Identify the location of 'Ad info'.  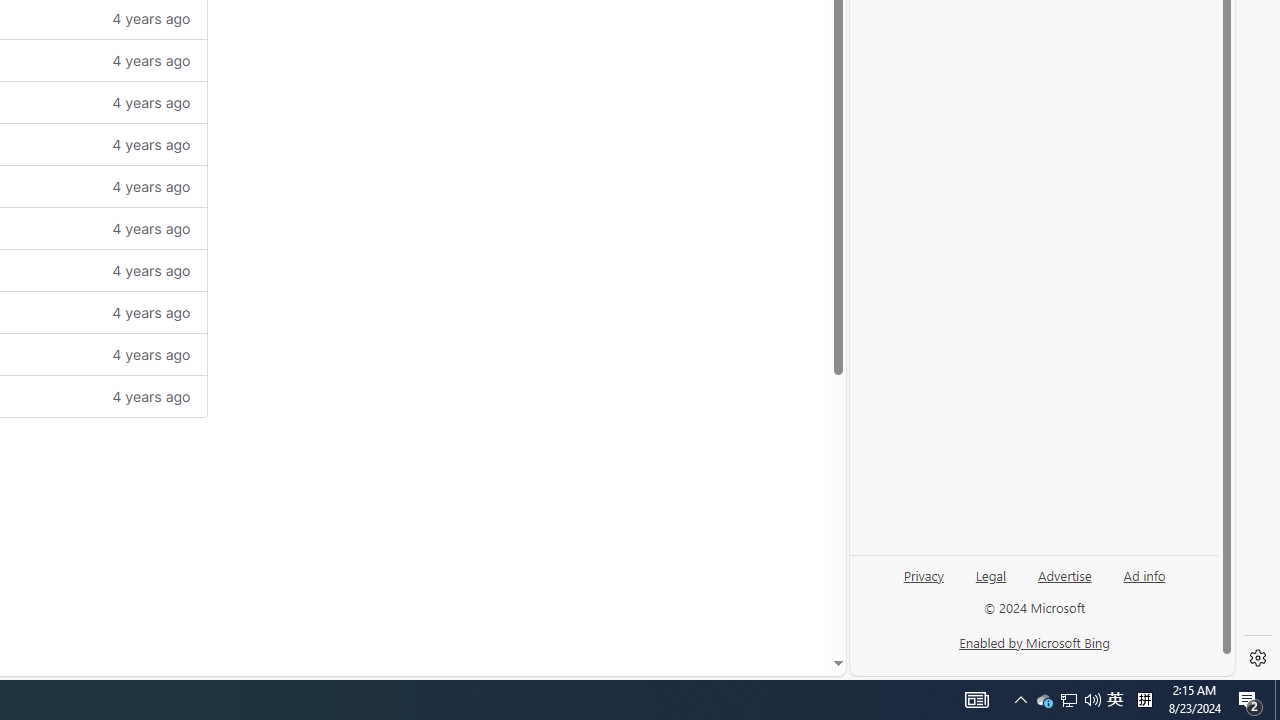
(1144, 574).